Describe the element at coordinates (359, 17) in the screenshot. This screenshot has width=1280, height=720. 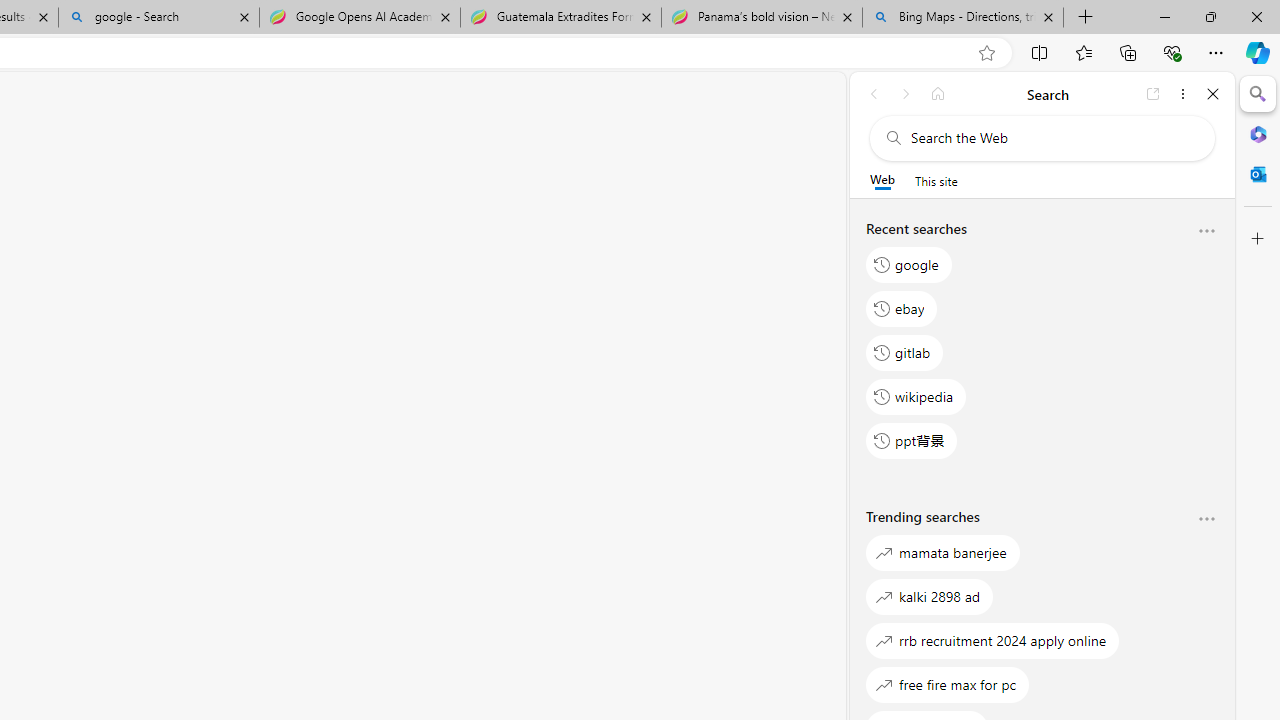
I see `'Google Opens AI Academy for Startups - Nearshore Americas'` at that location.